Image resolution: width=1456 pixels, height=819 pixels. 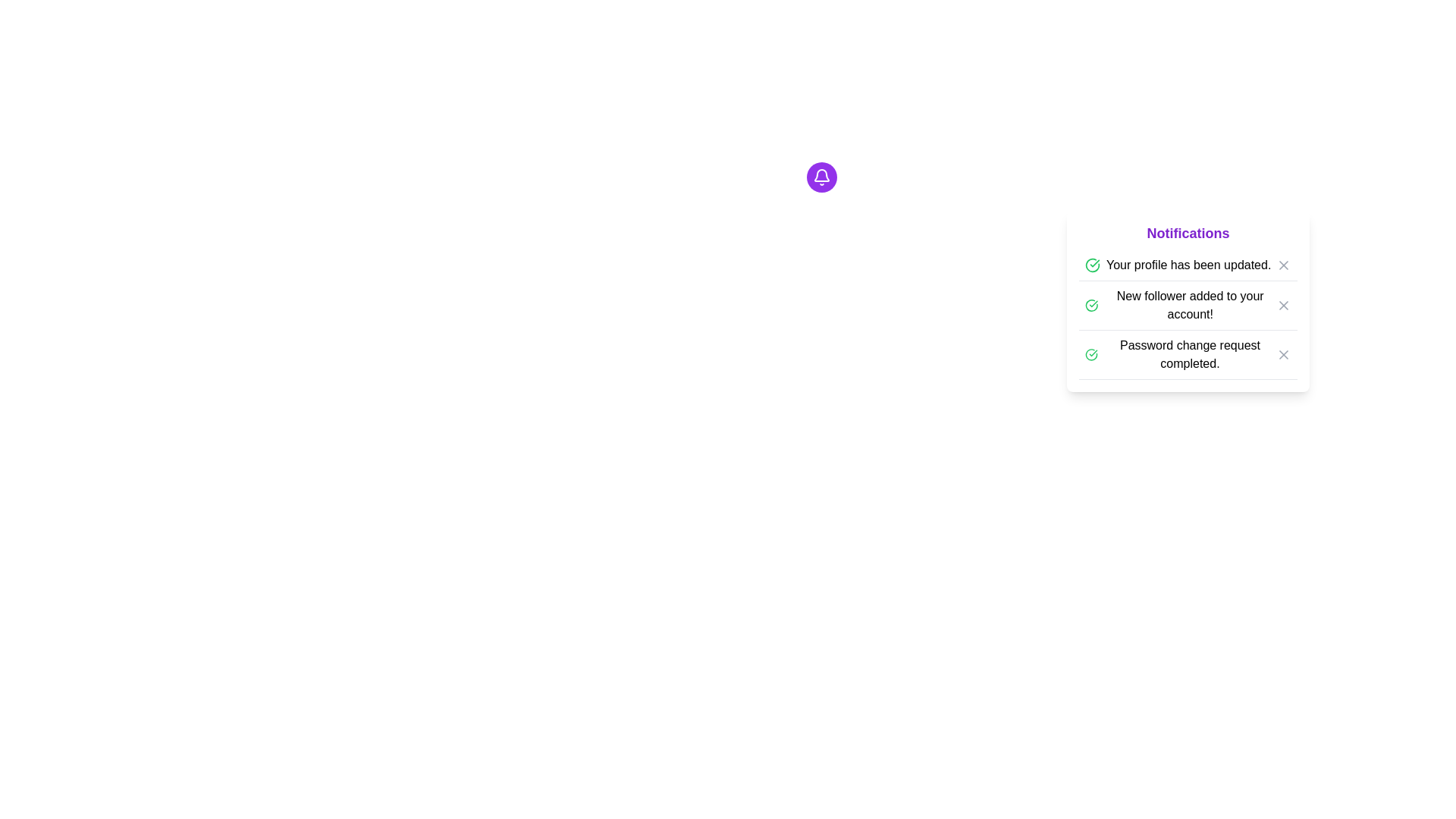 What do you see at coordinates (1188, 265) in the screenshot?
I see `the Text Label that reads 'Your profile has been updated.'` at bounding box center [1188, 265].